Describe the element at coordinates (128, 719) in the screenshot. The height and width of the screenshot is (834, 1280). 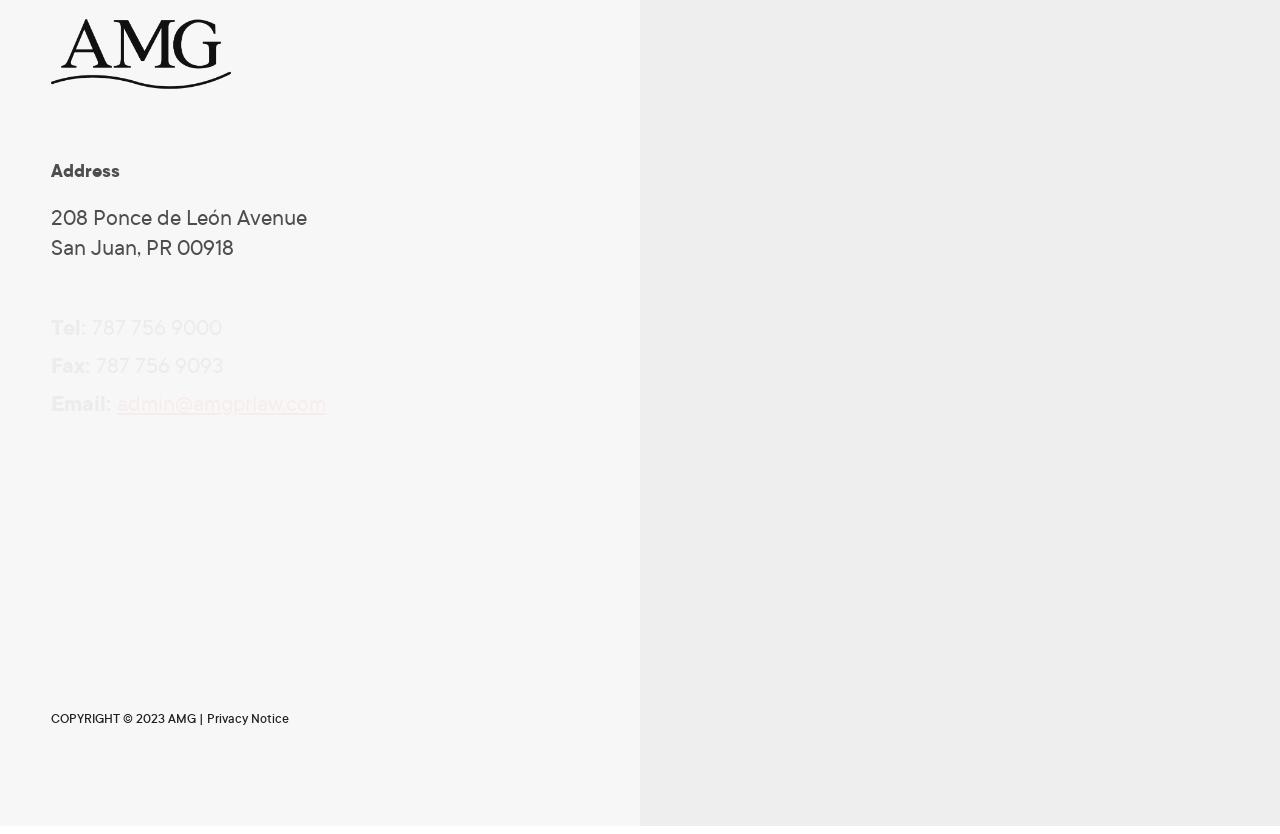
I see `'COPYRIGHT © 2023  AMG   |'` at that location.